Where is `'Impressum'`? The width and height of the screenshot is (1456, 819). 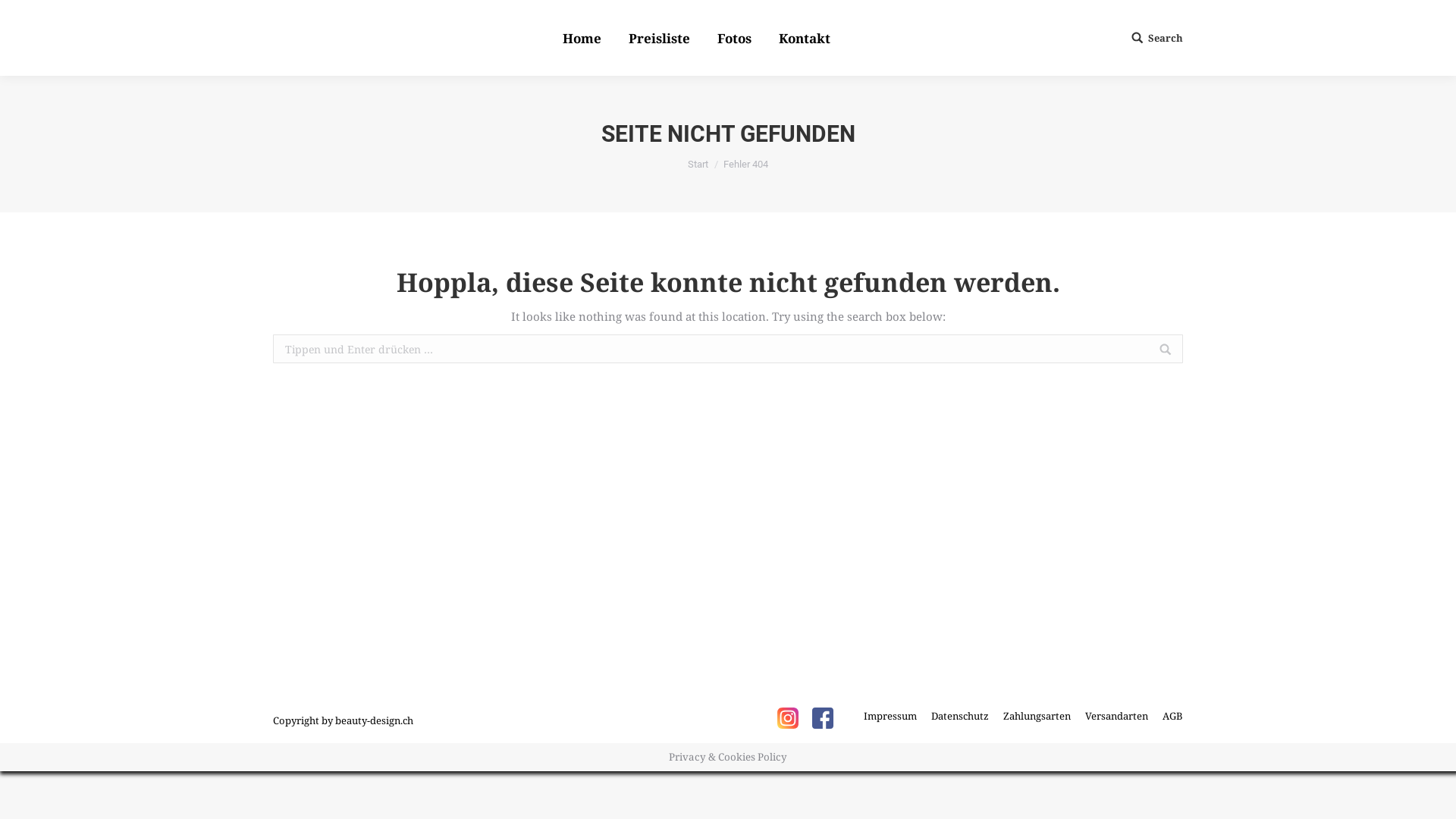 'Impressum' is located at coordinates (890, 716).